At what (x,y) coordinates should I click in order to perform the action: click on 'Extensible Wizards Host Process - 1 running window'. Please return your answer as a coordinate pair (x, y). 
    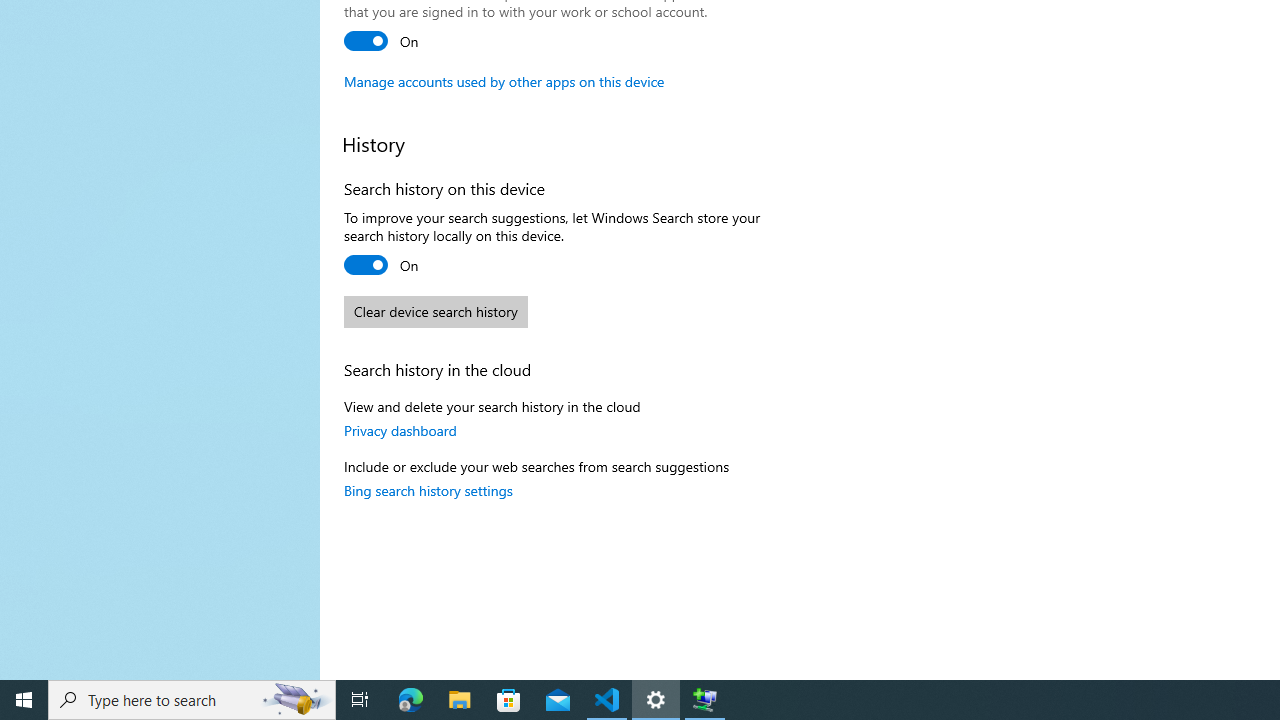
    Looking at the image, I should click on (705, 698).